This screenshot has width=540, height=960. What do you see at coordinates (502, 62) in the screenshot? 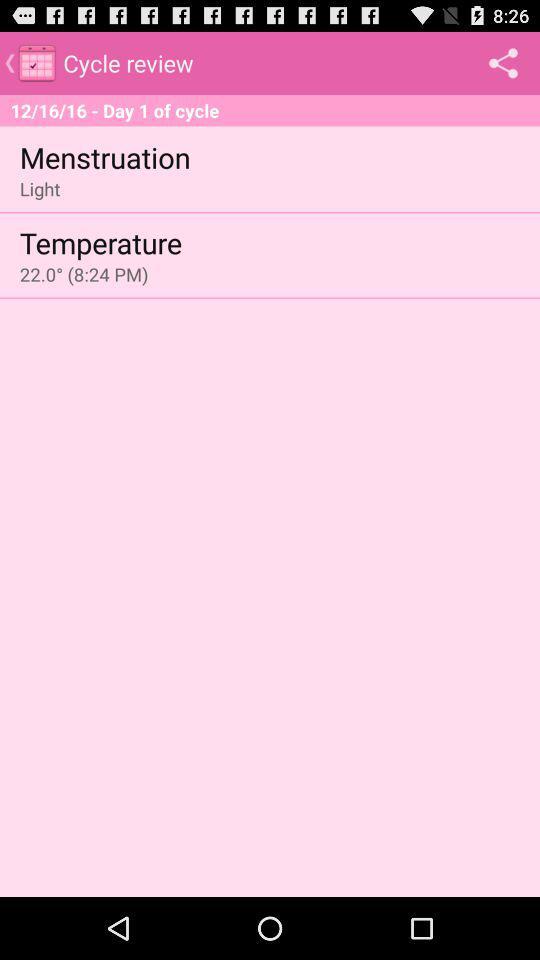
I see `the app to the right of the cycle review` at bounding box center [502, 62].